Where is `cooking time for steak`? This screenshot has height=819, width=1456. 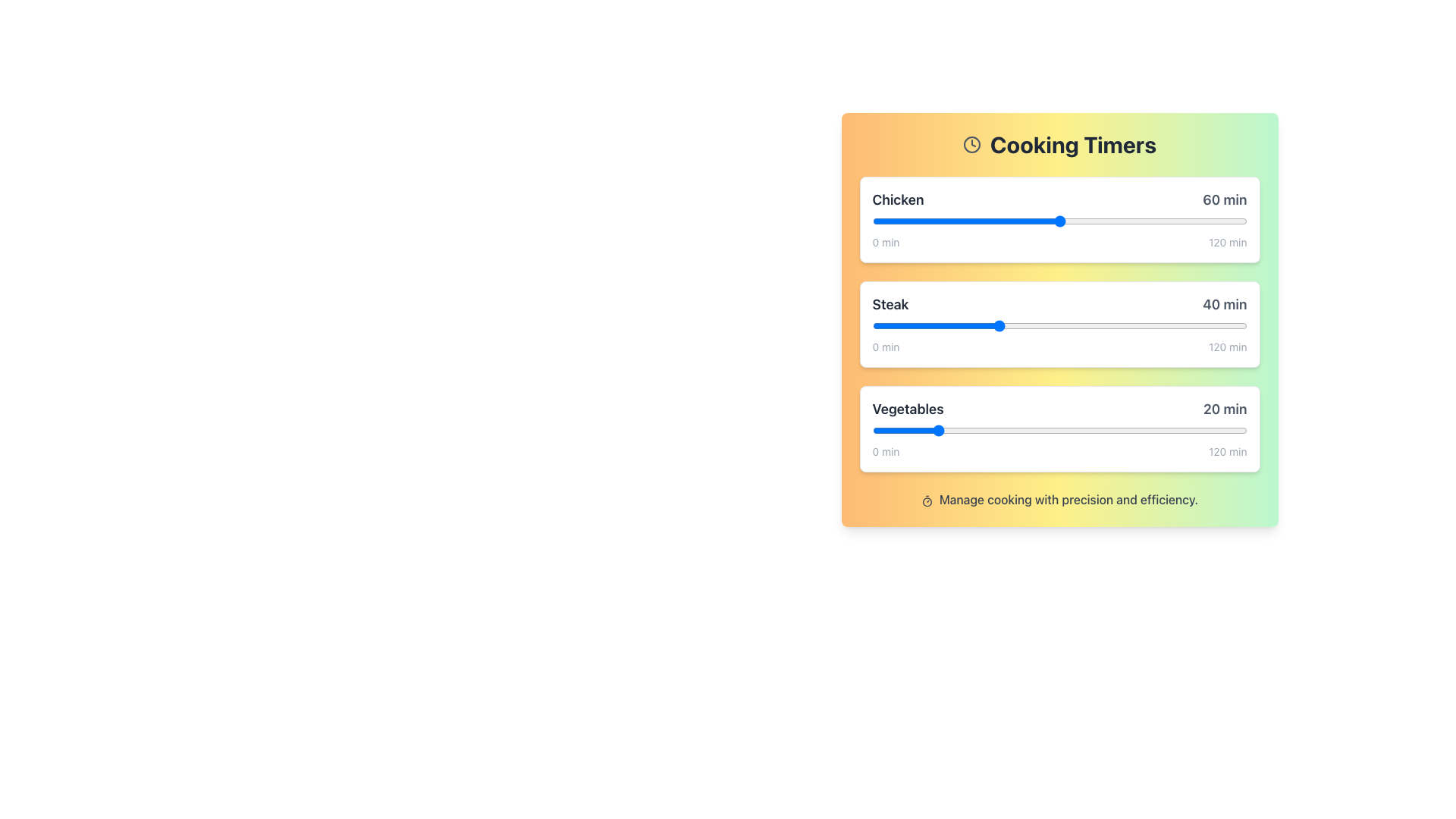
cooking time for steak is located at coordinates (1165, 325).